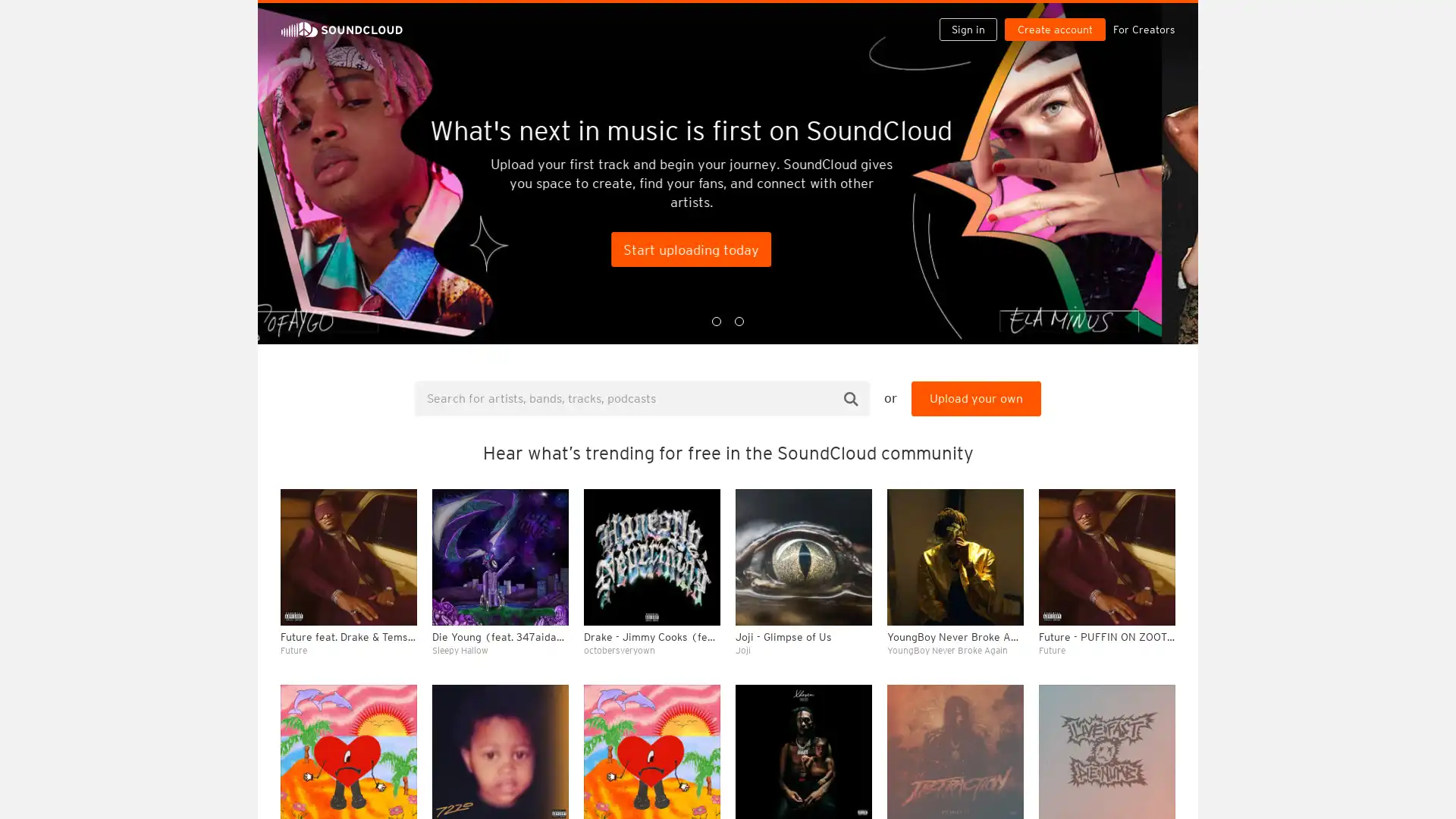 Image resolution: width=1456 pixels, height=819 pixels. What do you see at coordinates (1124, 414) in the screenshot?
I see `Clear` at bounding box center [1124, 414].